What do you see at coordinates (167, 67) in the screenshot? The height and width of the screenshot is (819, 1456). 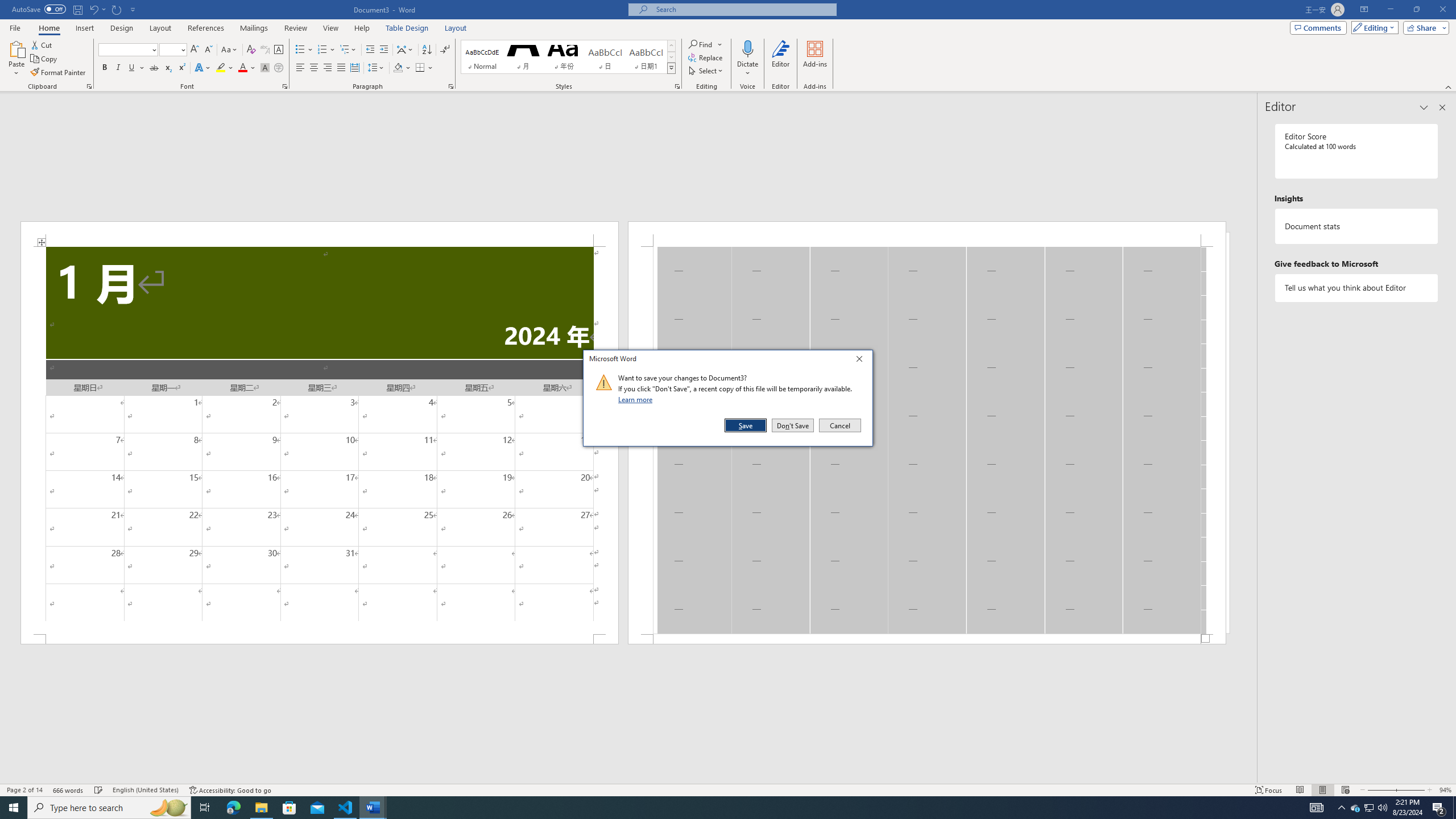 I see `'Subscript'` at bounding box center [167, 67].